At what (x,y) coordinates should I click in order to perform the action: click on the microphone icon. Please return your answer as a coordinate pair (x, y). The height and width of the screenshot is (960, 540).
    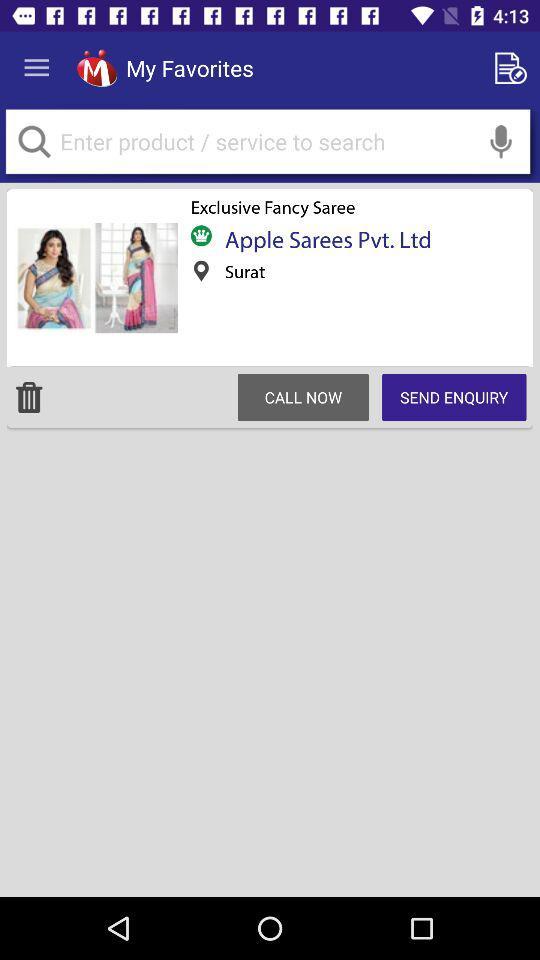
    Looking at the image, I should click on (500, 140).